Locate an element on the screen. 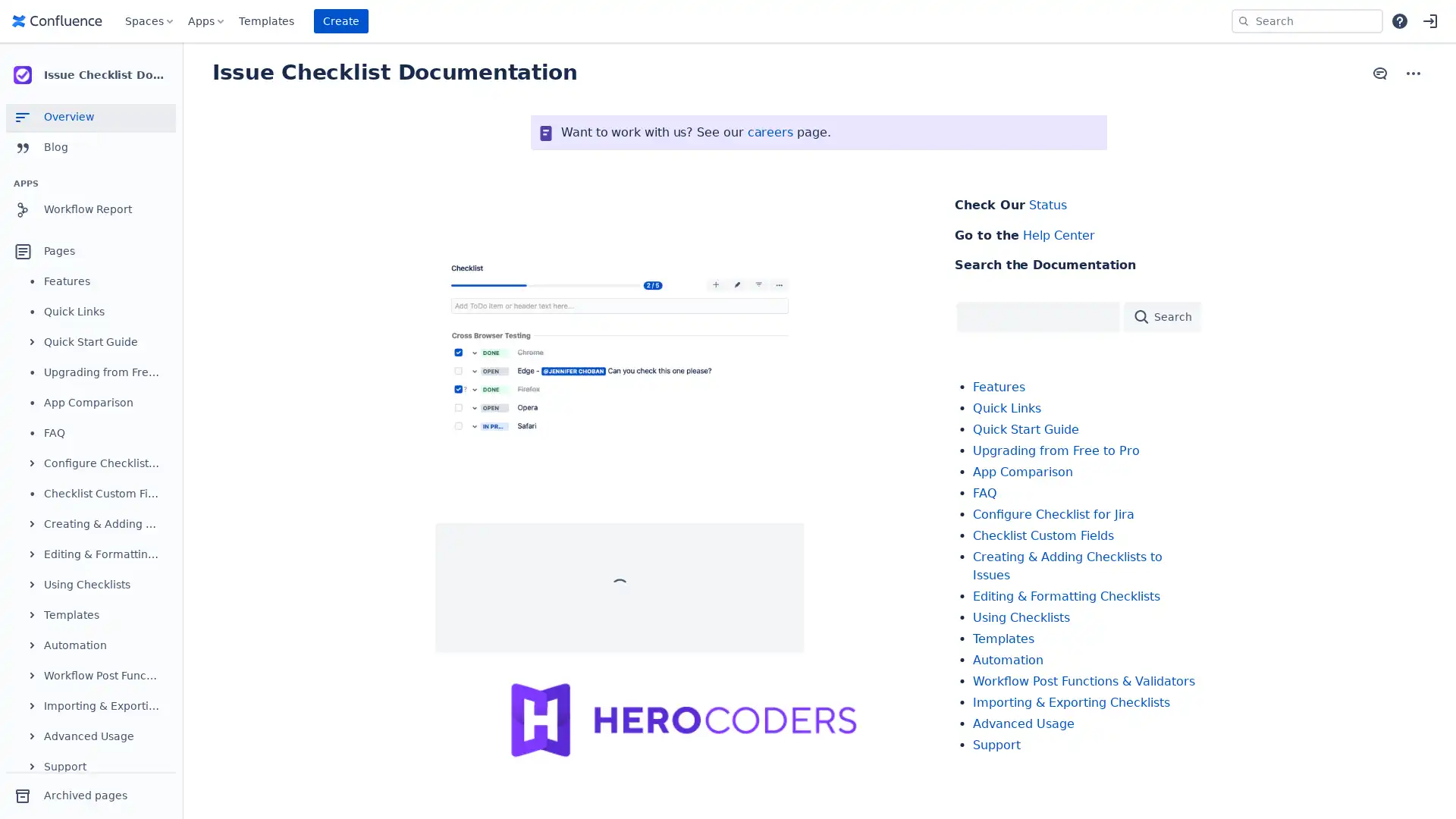  Collapse sidebar is located at coordinates (182, 76).